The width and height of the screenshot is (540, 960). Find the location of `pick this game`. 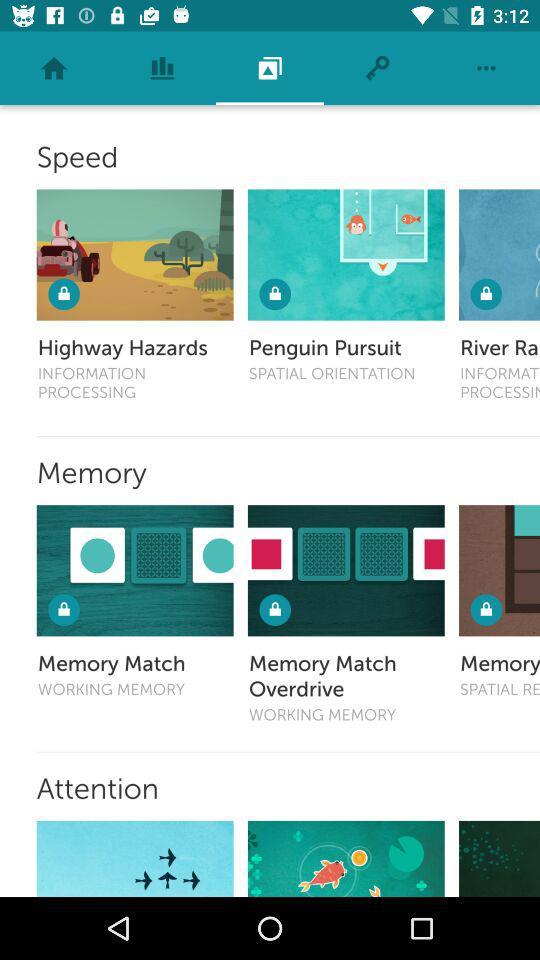

pick this game is located at coordinates (135, 570).